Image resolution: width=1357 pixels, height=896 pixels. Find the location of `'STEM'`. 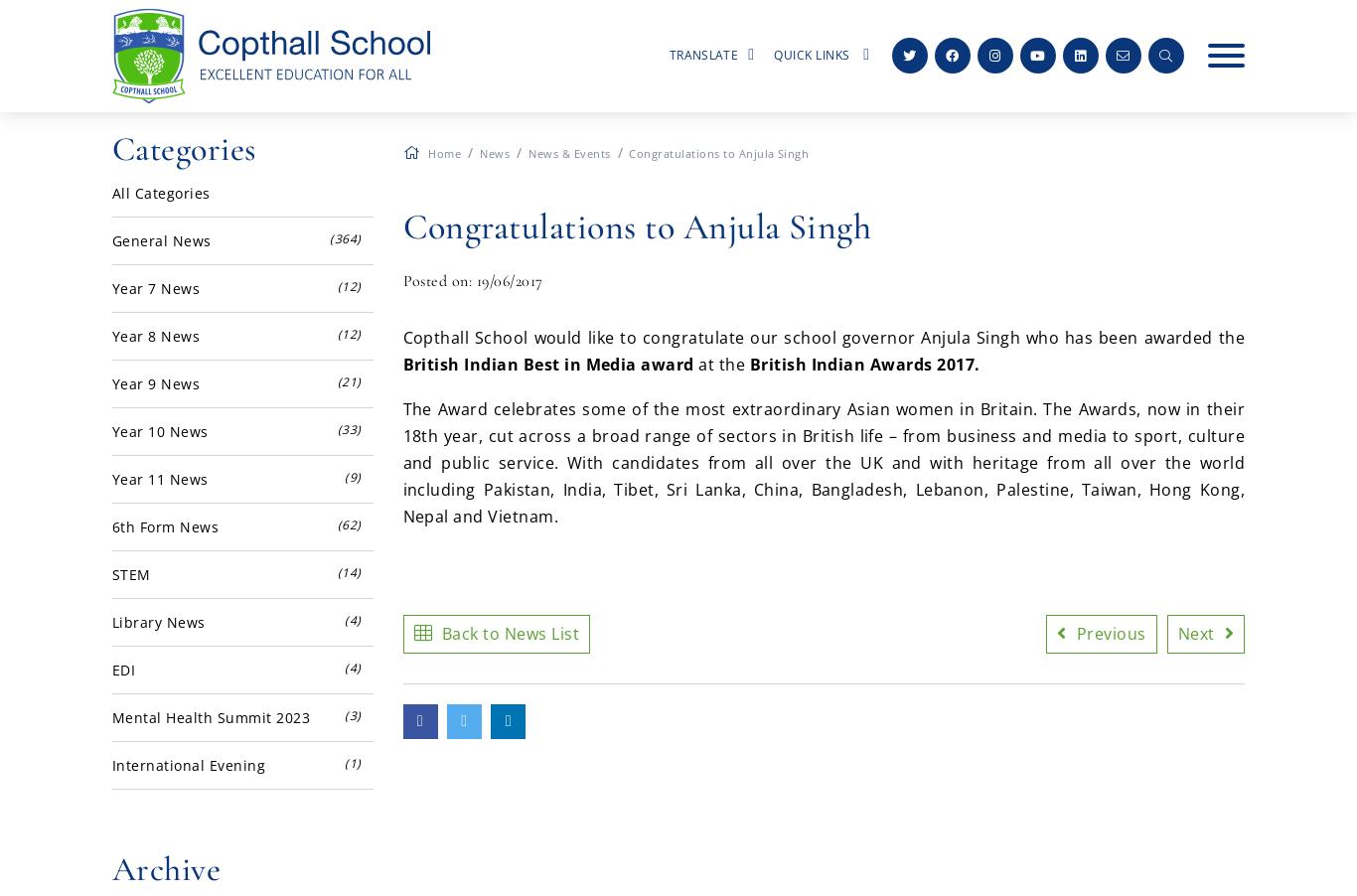

'STEM' is located at coordinates (129, 574).